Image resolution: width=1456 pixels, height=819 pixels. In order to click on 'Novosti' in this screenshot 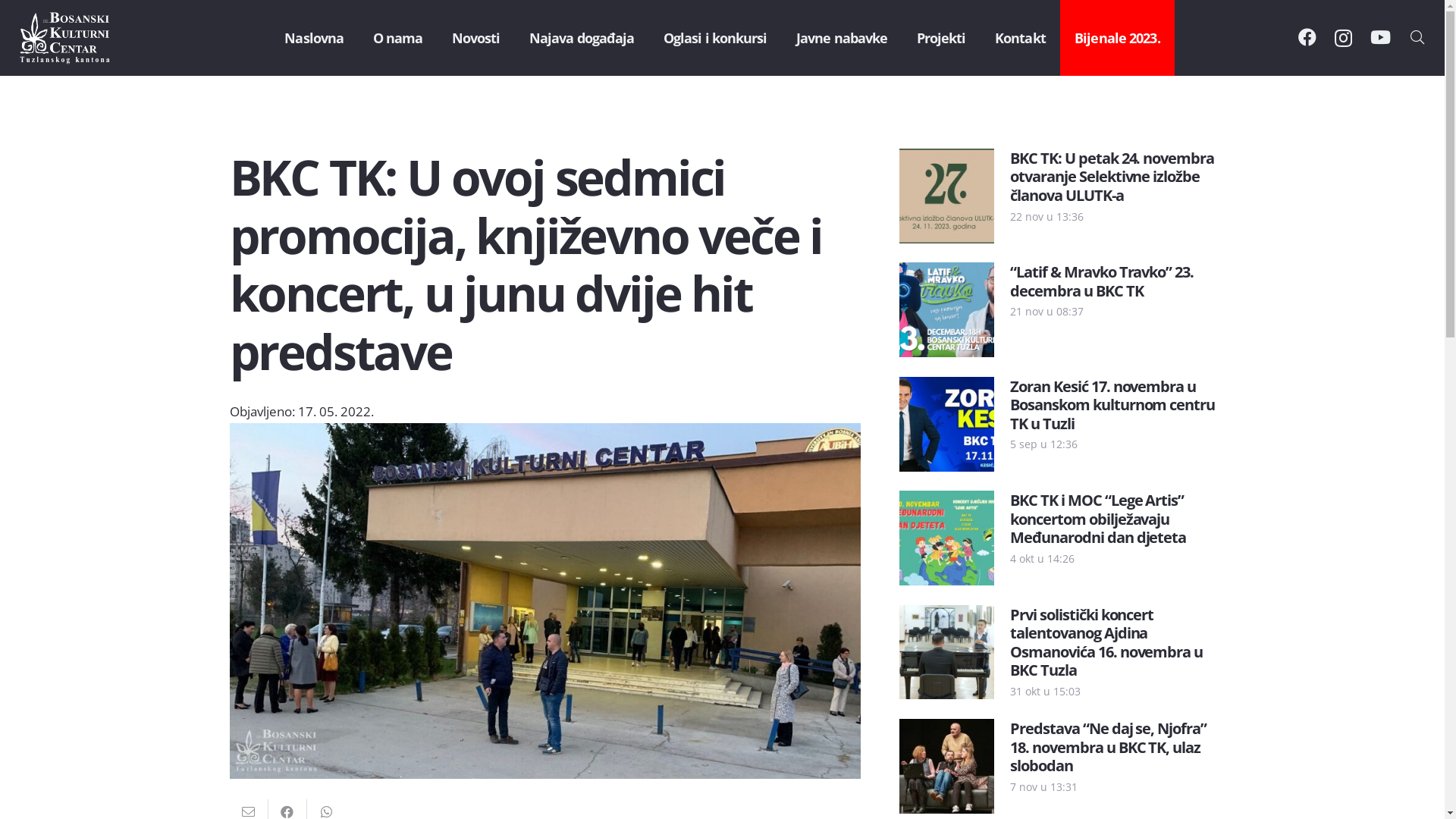, I will do `click(436, 37)`.